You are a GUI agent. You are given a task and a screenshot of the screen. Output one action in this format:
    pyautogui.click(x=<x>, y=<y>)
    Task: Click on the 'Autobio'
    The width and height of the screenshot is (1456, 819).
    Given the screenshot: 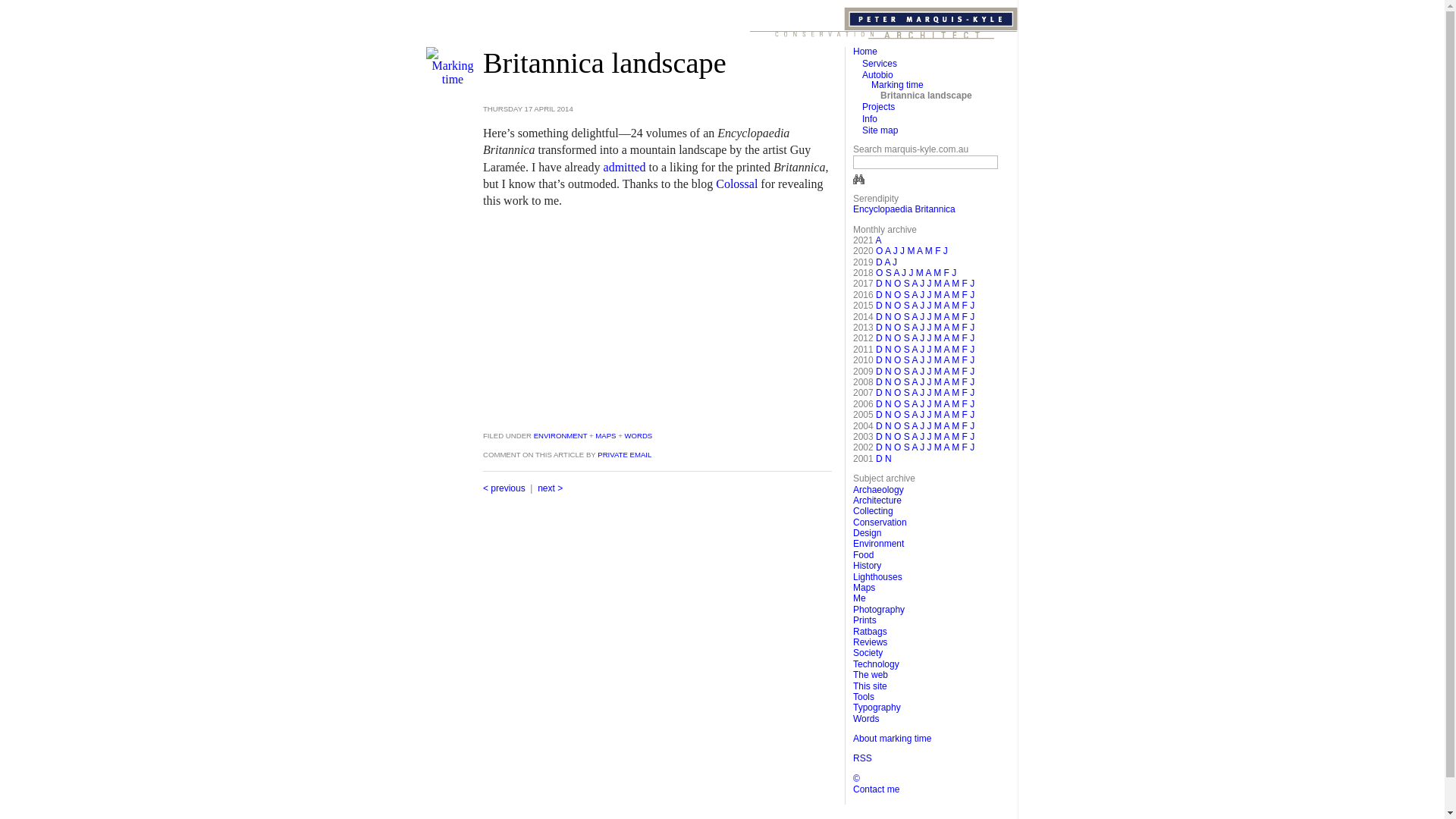 What is the action you would take?
    pyautogui.click(x=877, y=75)
    